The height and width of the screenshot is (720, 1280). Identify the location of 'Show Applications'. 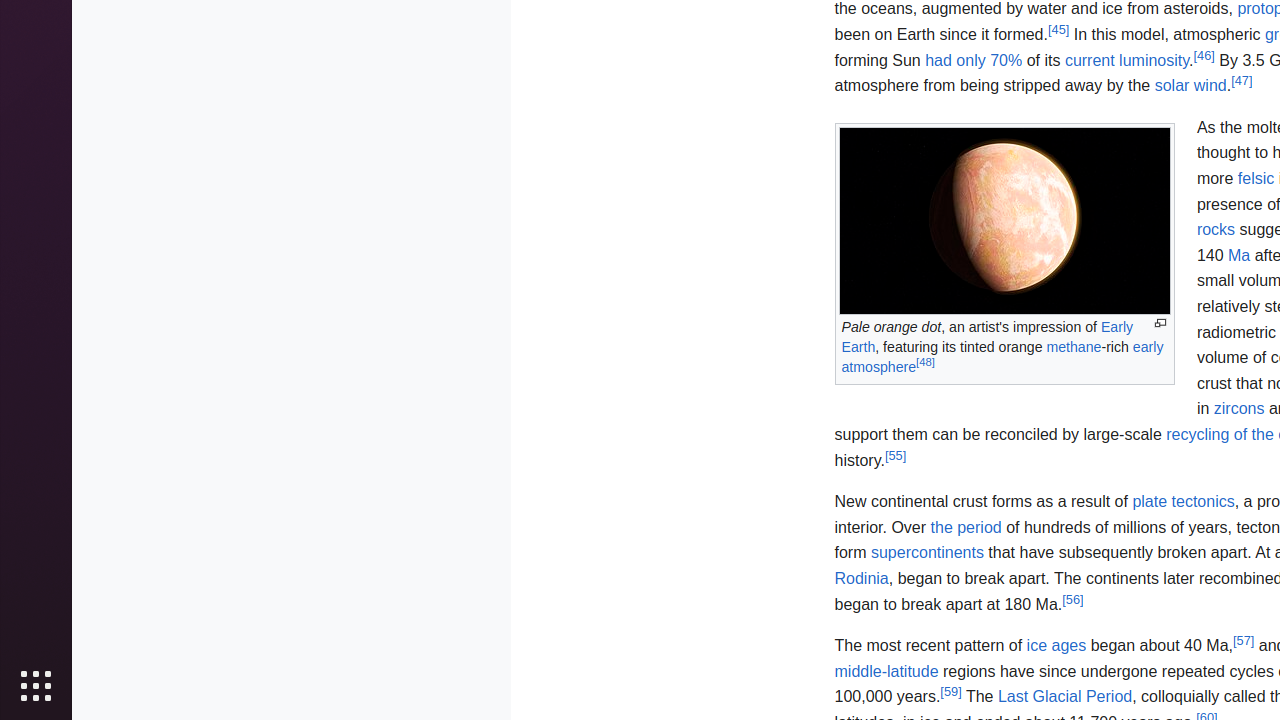
(35, 685).